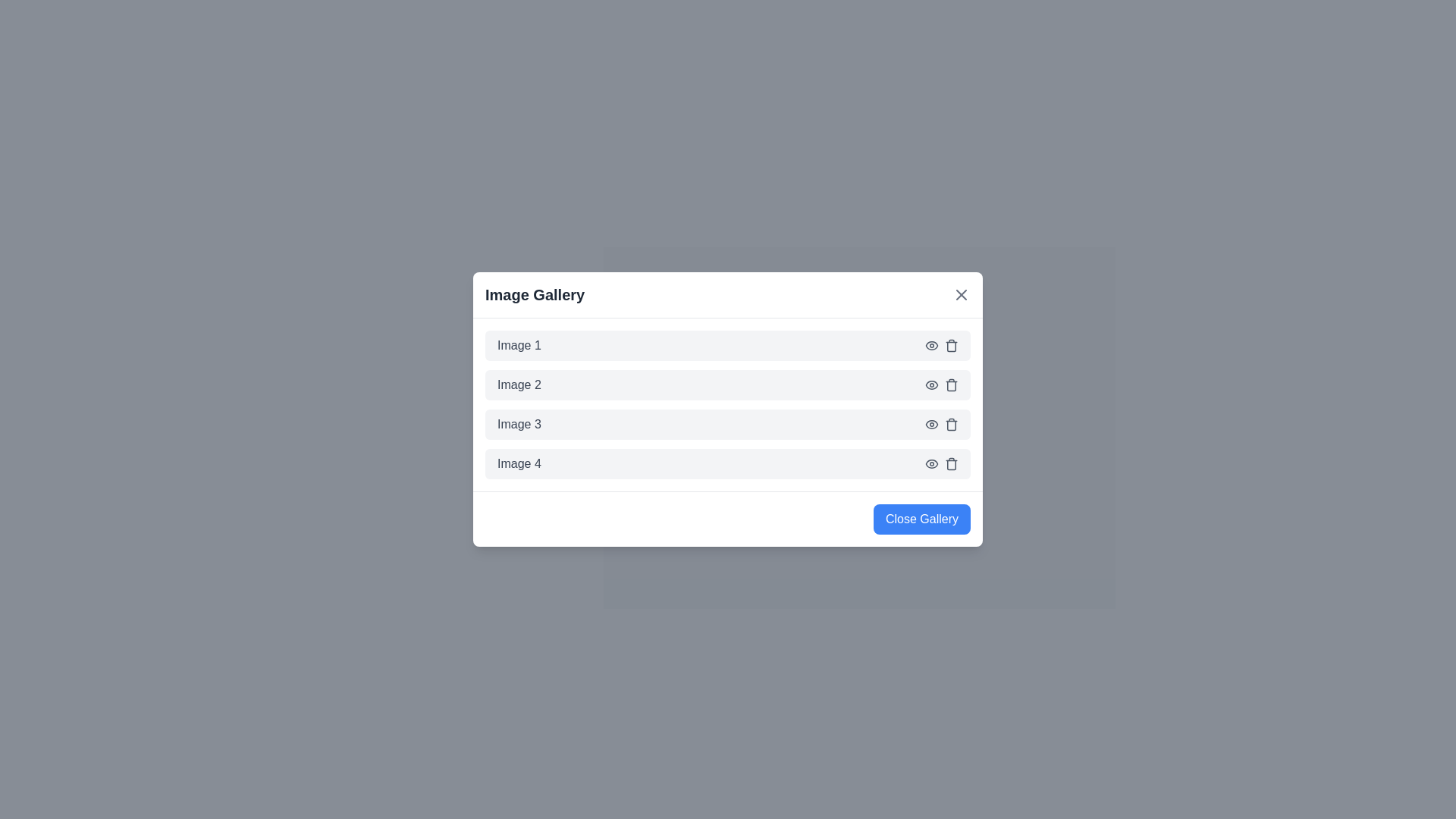  Describe the element at coordinates (960, 295) in the screenshot. I see `the close button located in the top-right corner of the 'Image Gallery' modal dialog` at that location.